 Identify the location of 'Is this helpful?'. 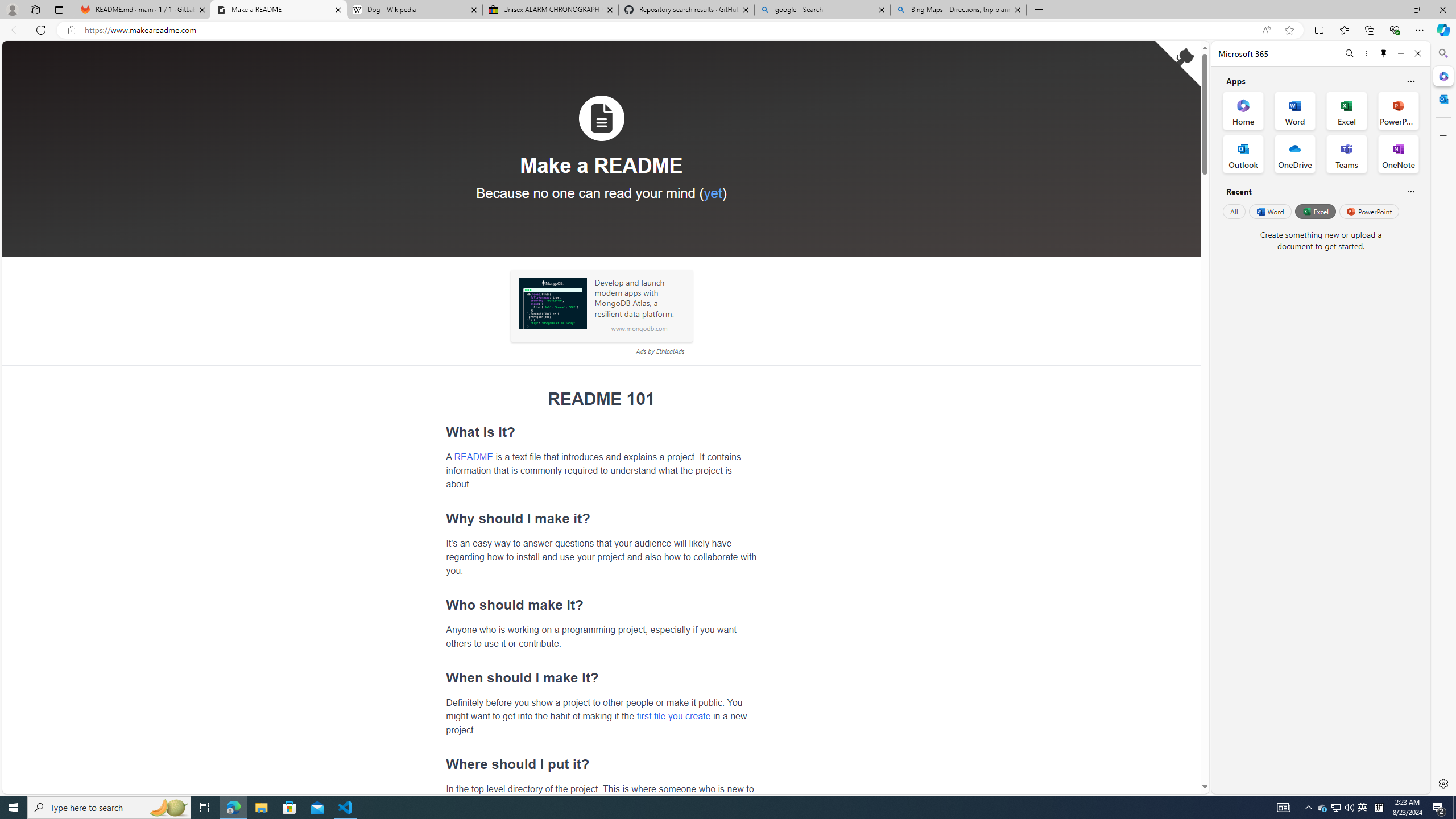
(1410, 191).